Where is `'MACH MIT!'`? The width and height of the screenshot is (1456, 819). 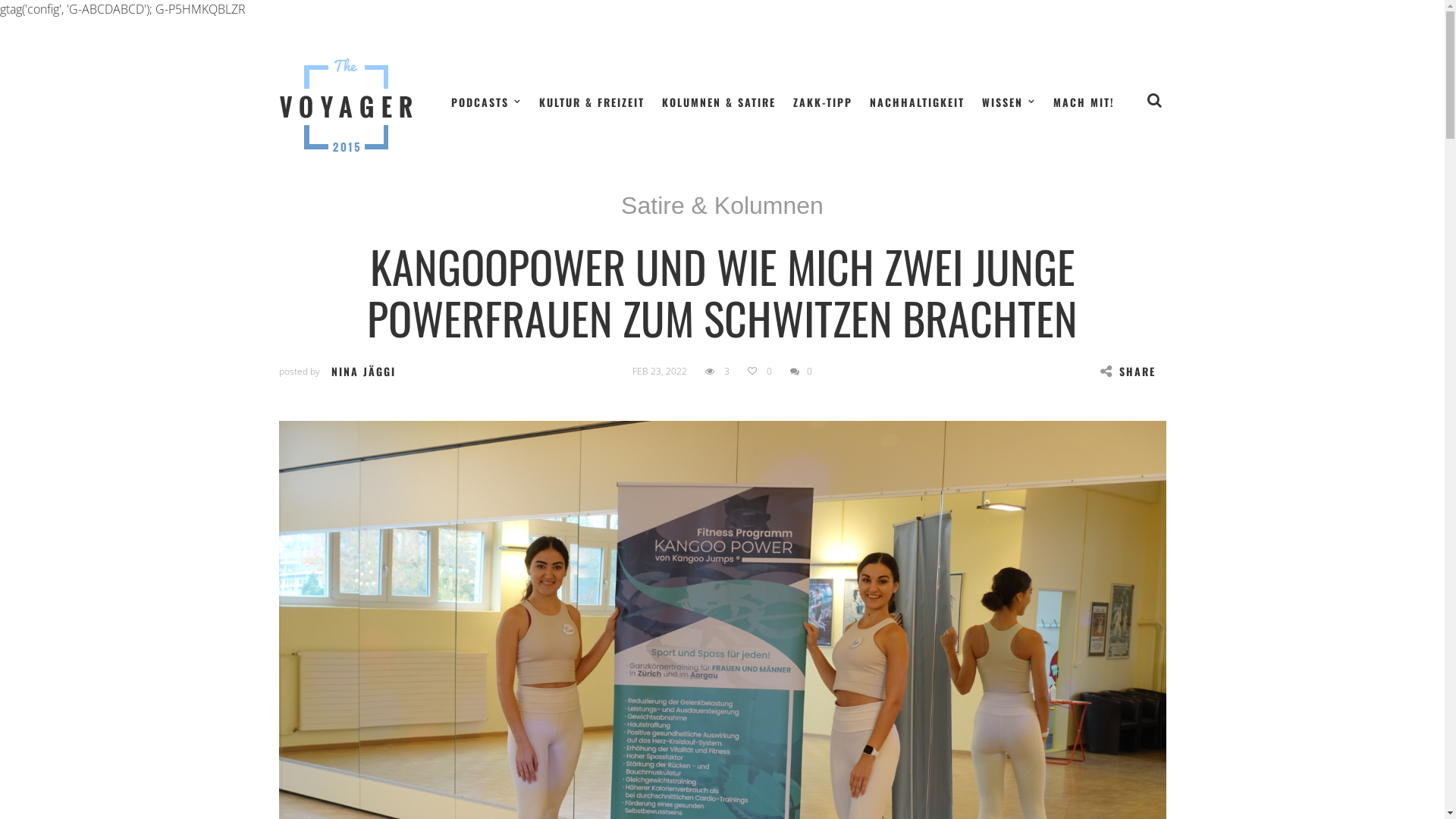
'MACH MIT!' is located at coordinates (1082, 102).